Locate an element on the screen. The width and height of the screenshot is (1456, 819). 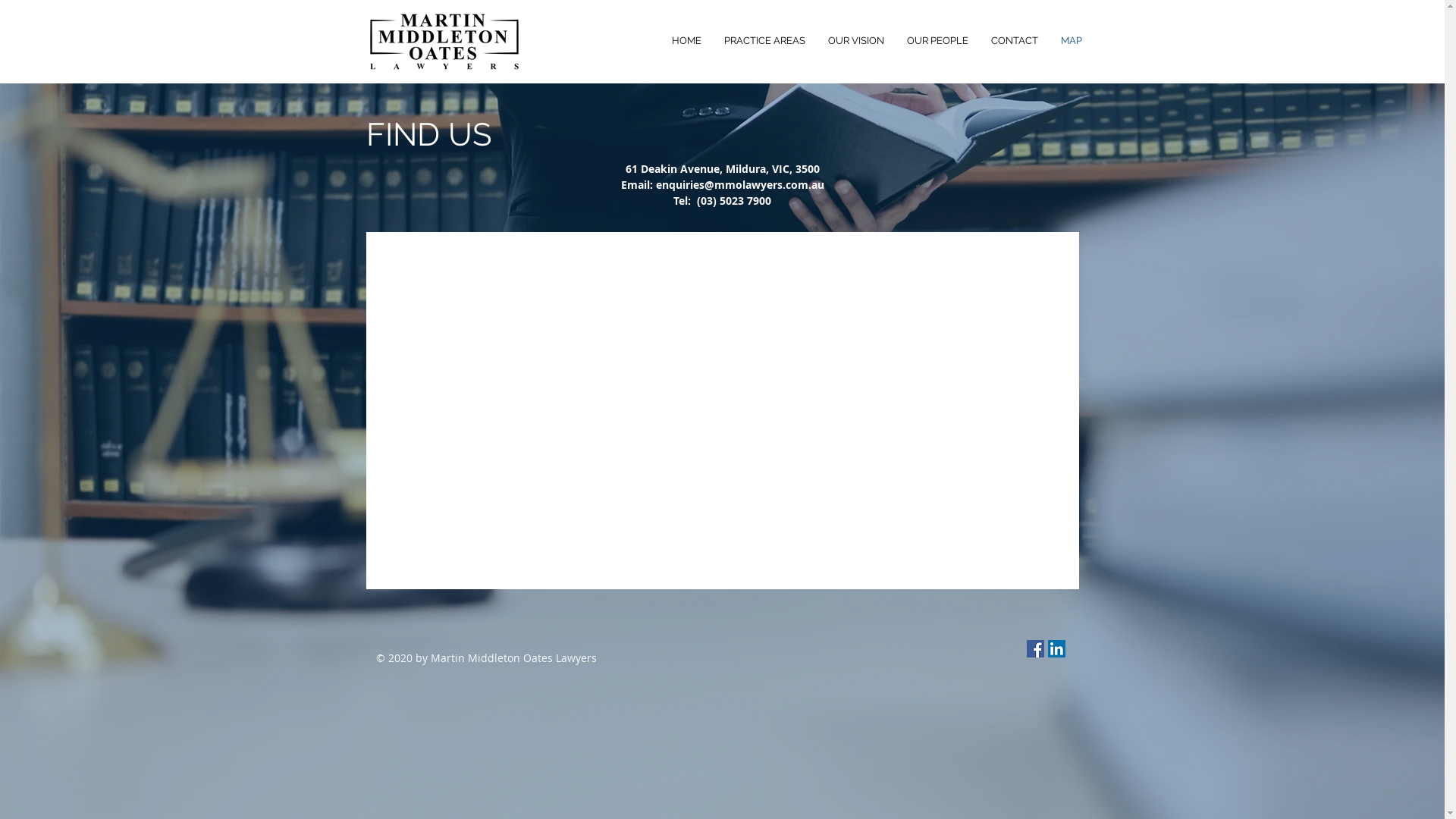
'enquiries@mmolawyers.com.au' is located at coordinates (739, 184).